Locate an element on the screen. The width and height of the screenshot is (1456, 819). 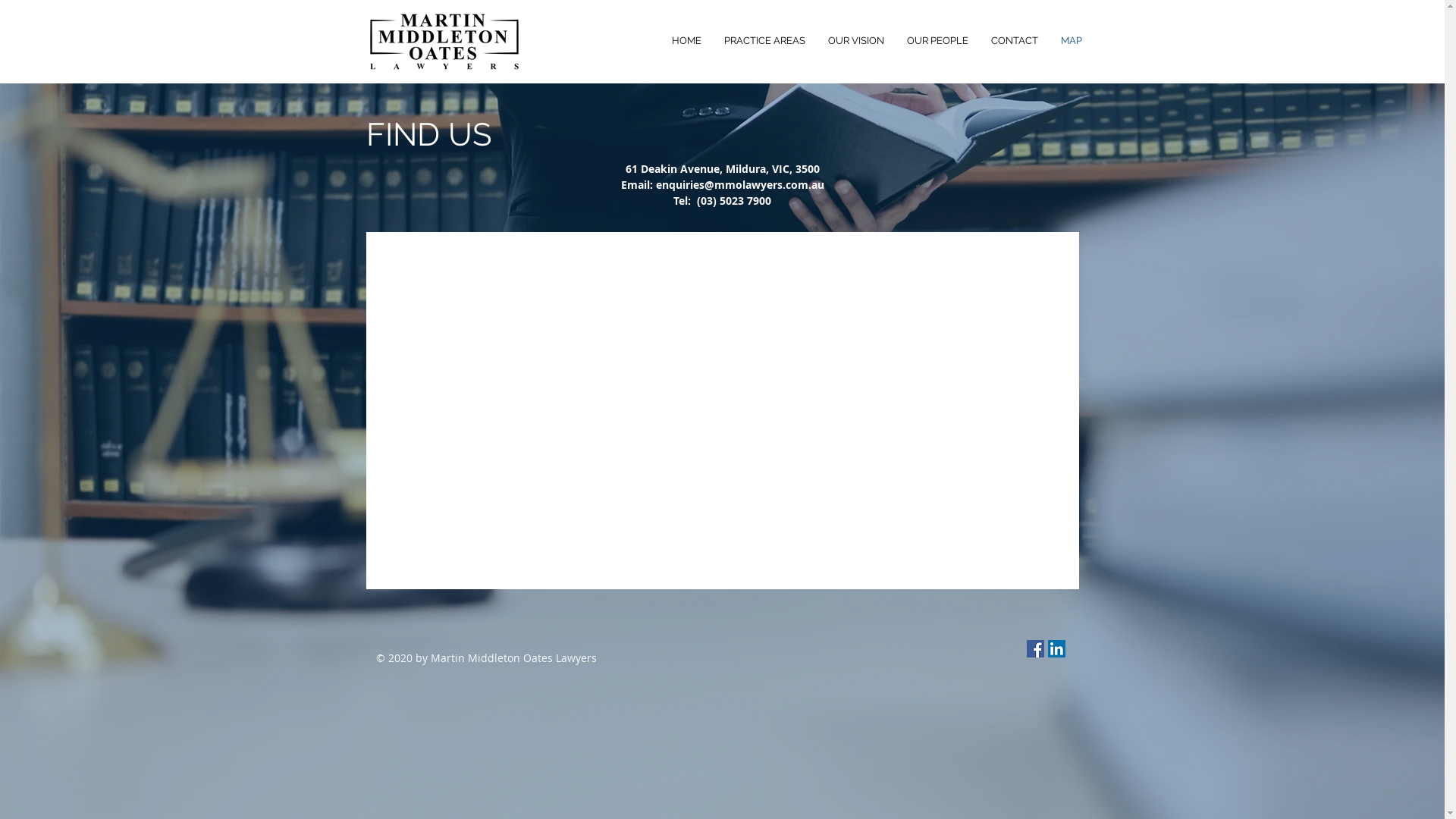
'enquiries@mmolawyers.com.au' is located at coordinates (739, 184).